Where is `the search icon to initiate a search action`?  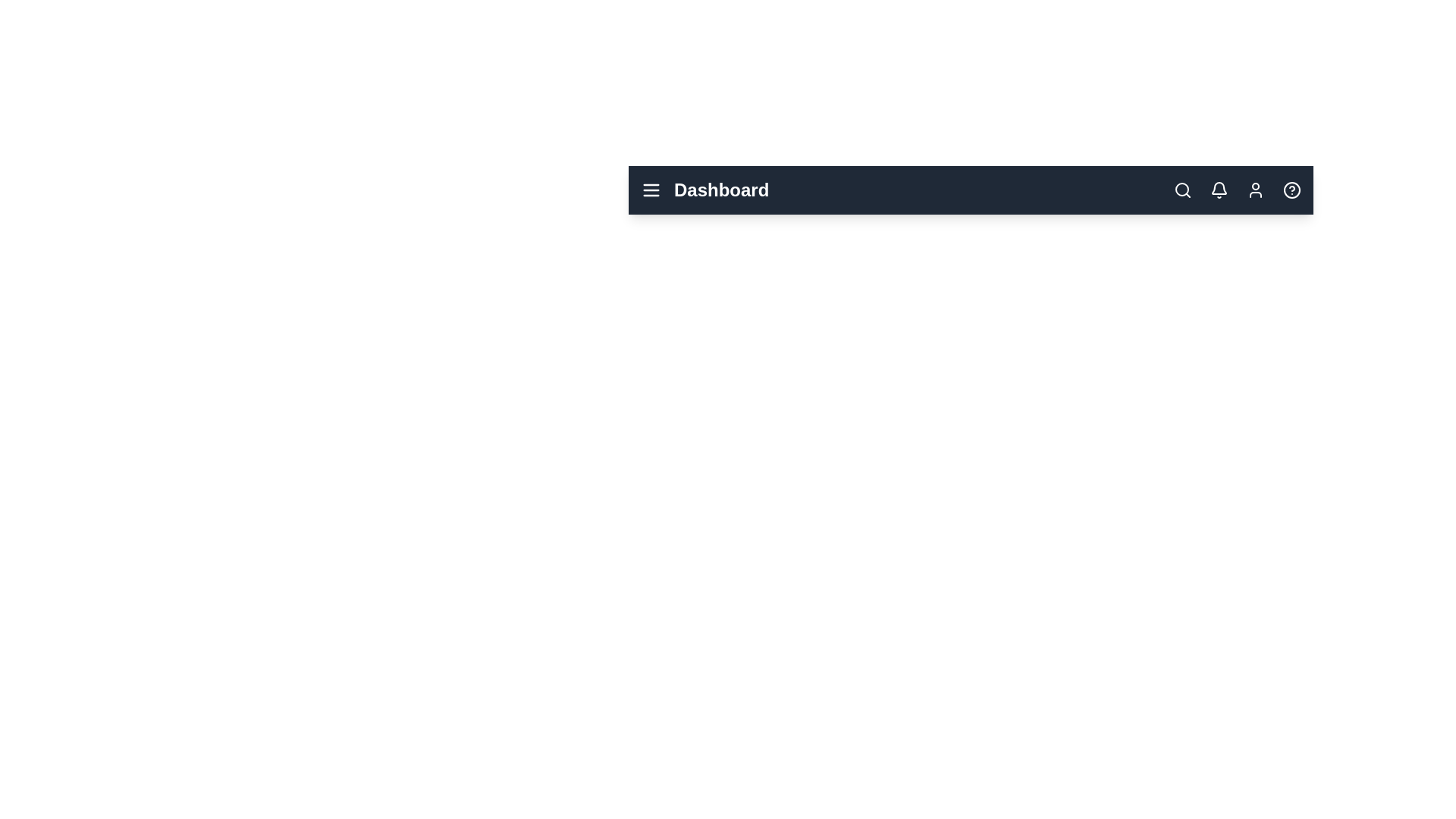 the search icon to initiate a search action is located at coordinates (1182, 189).